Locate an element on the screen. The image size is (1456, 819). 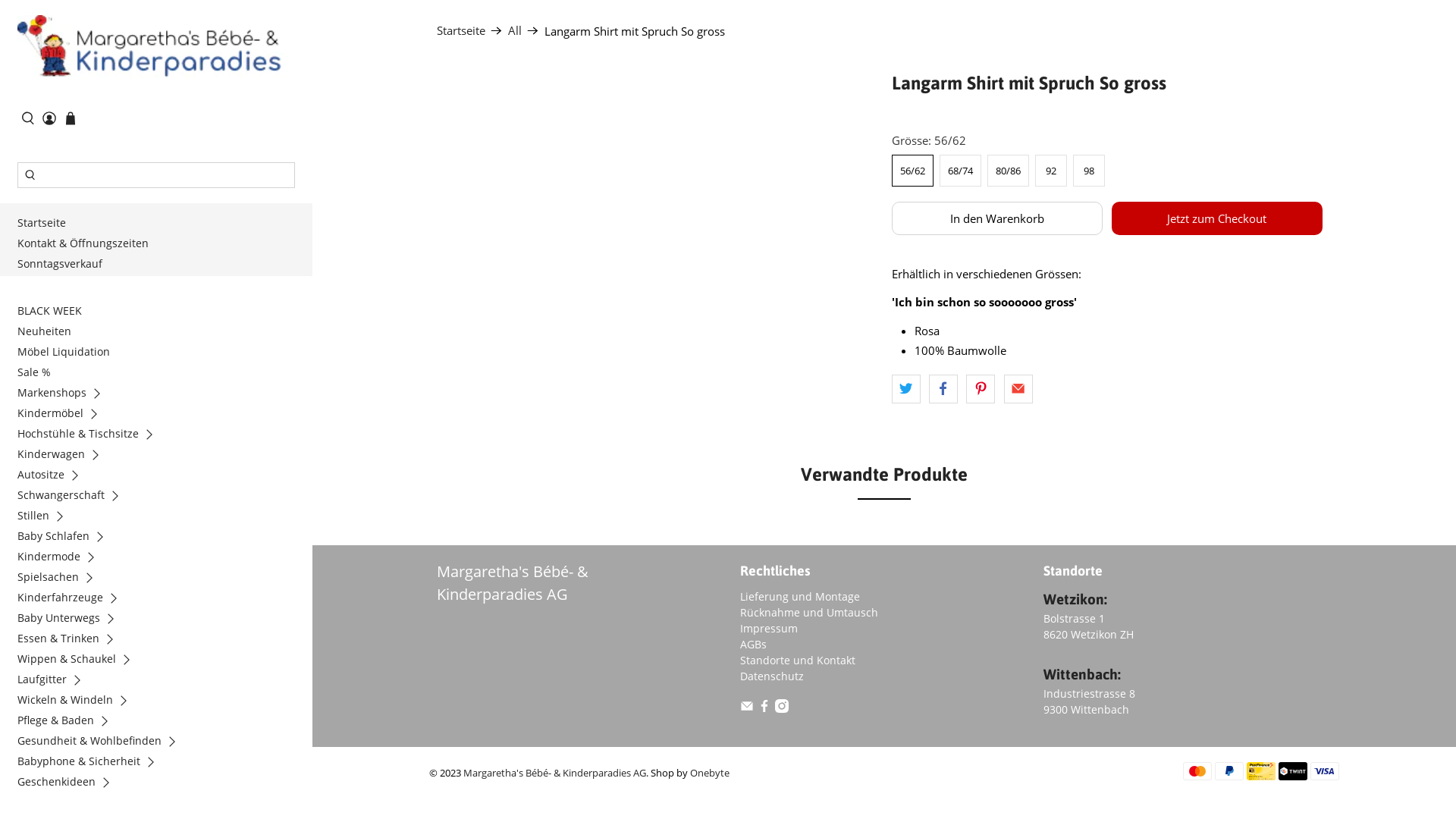
'Auf Twitter teilen' is located at coordinates (892, 388).